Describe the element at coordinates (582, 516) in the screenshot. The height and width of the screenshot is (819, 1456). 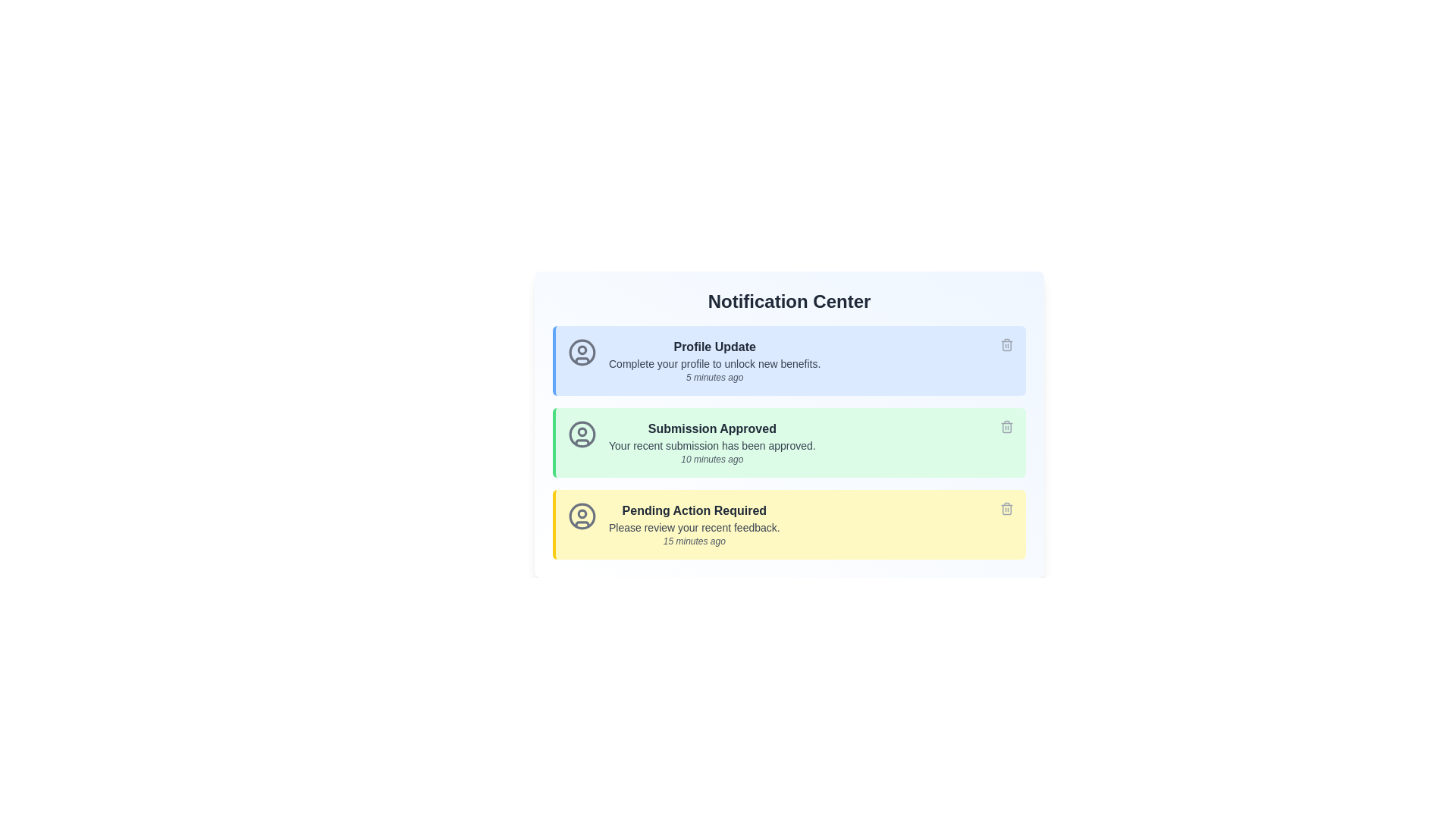
I see `the circular gray profile icon representing a user, located in the 'Pending Action Required' notification strip` at that location.